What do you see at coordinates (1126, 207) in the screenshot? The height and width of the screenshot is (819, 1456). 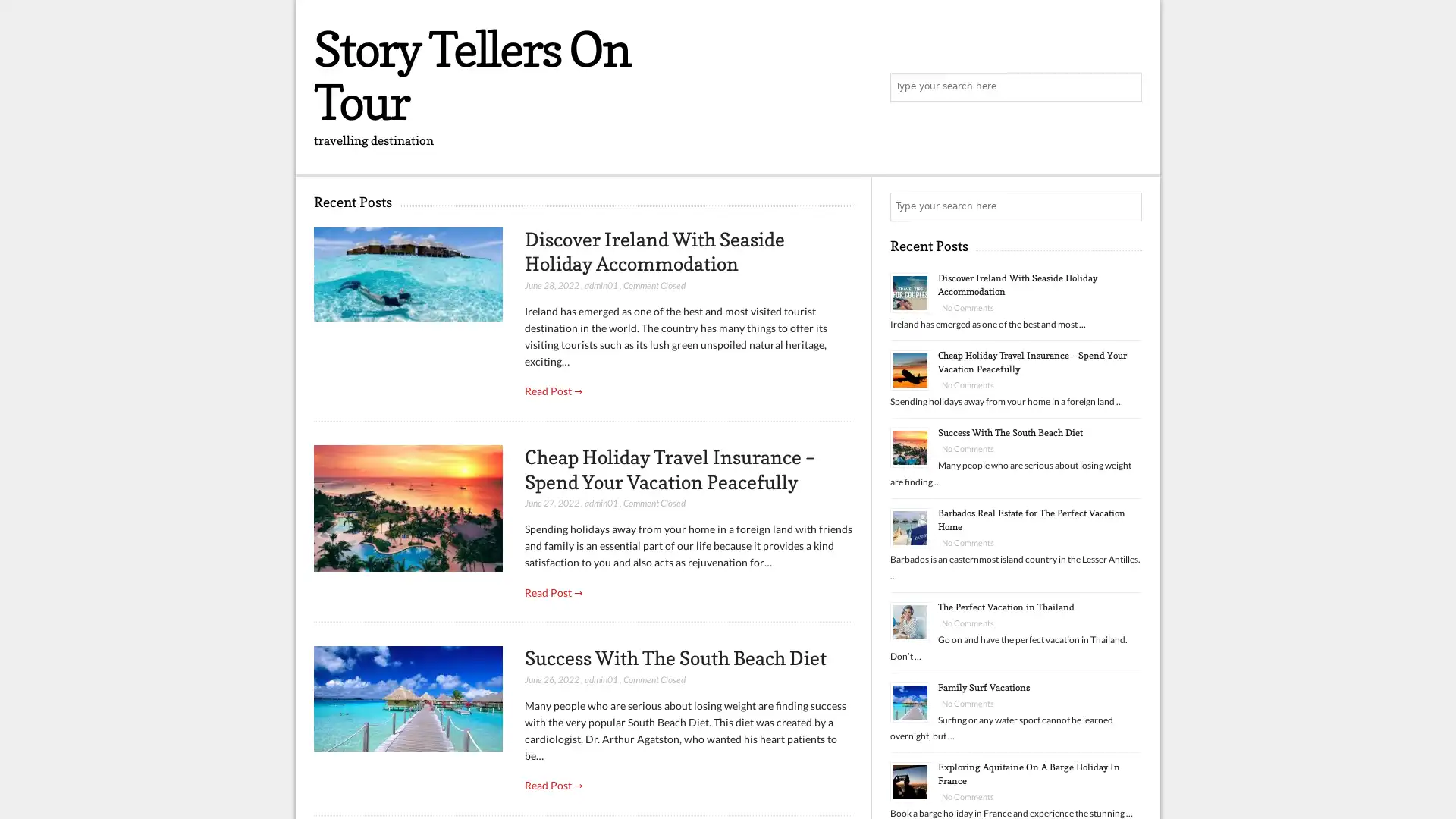 I see `Search` at bounding box center [1126, 207].